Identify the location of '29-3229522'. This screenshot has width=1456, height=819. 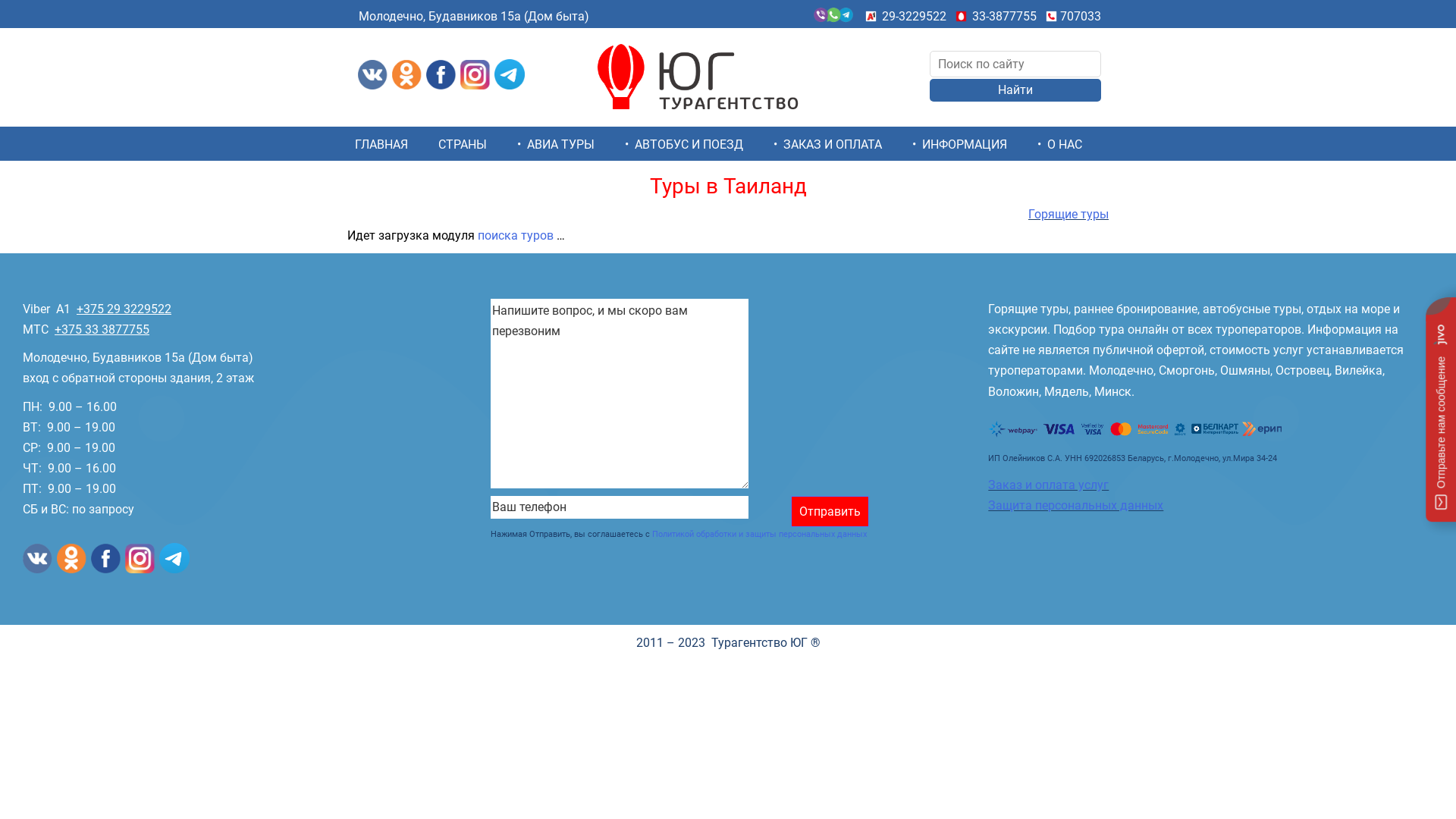
(913, 16).